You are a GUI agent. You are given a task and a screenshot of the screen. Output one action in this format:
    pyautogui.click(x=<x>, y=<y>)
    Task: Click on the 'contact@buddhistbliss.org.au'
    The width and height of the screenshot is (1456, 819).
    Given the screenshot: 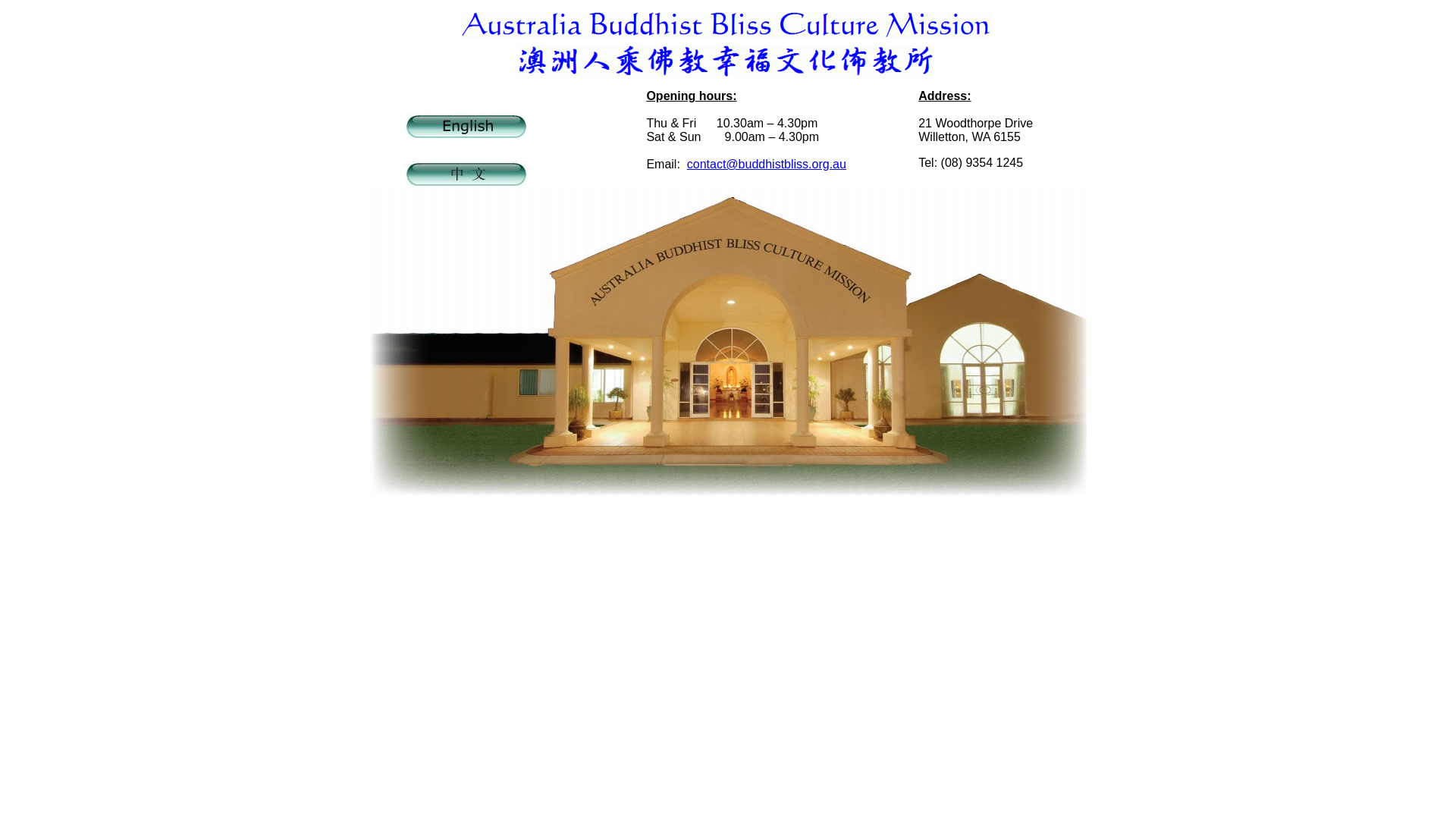 What is the action you would take?
    pyautogui.click(x=767, y=164)
    